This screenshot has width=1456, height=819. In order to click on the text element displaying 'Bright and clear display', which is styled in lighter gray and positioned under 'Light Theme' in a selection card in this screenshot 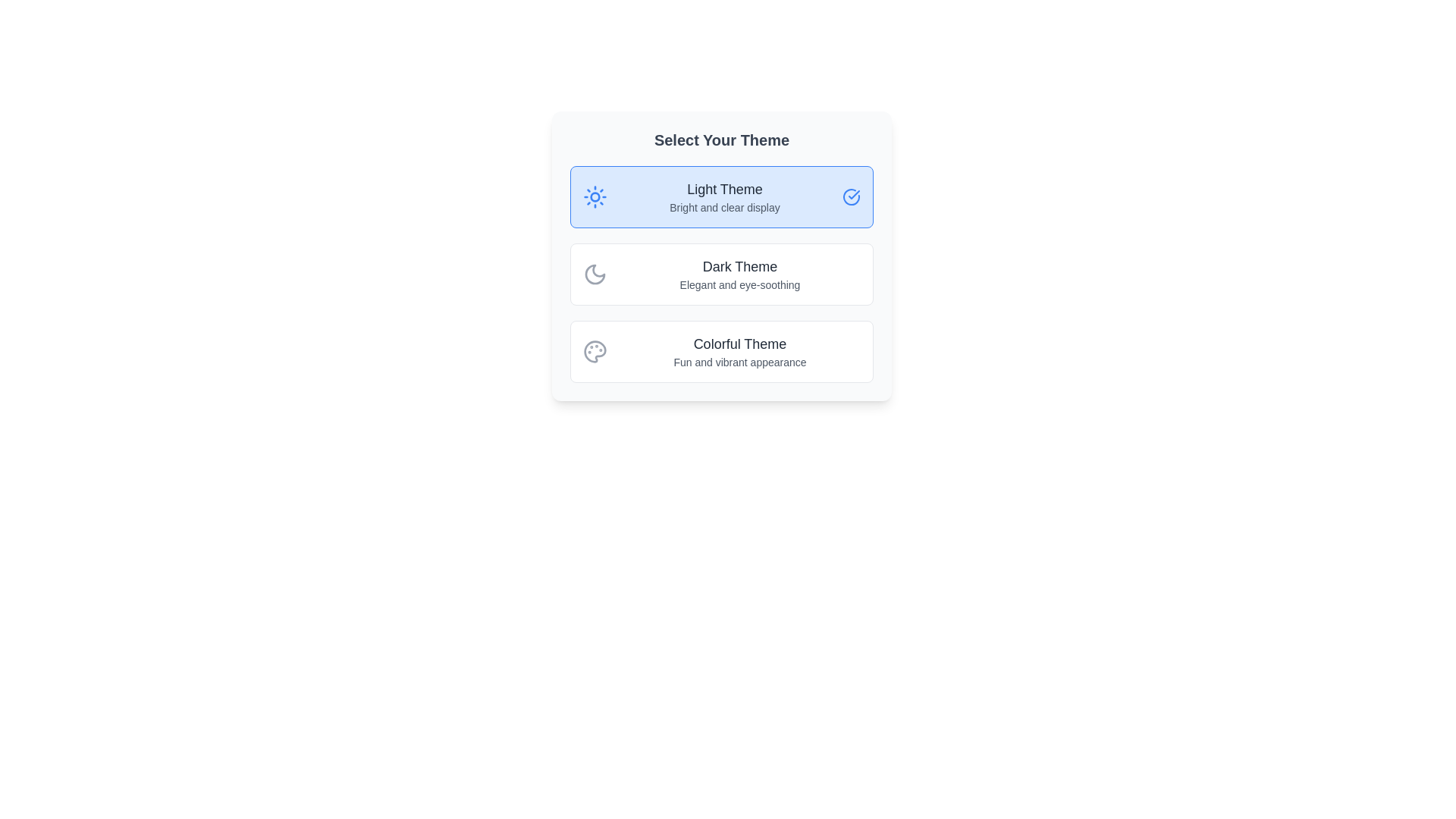, I will do `click(723, 207)`.